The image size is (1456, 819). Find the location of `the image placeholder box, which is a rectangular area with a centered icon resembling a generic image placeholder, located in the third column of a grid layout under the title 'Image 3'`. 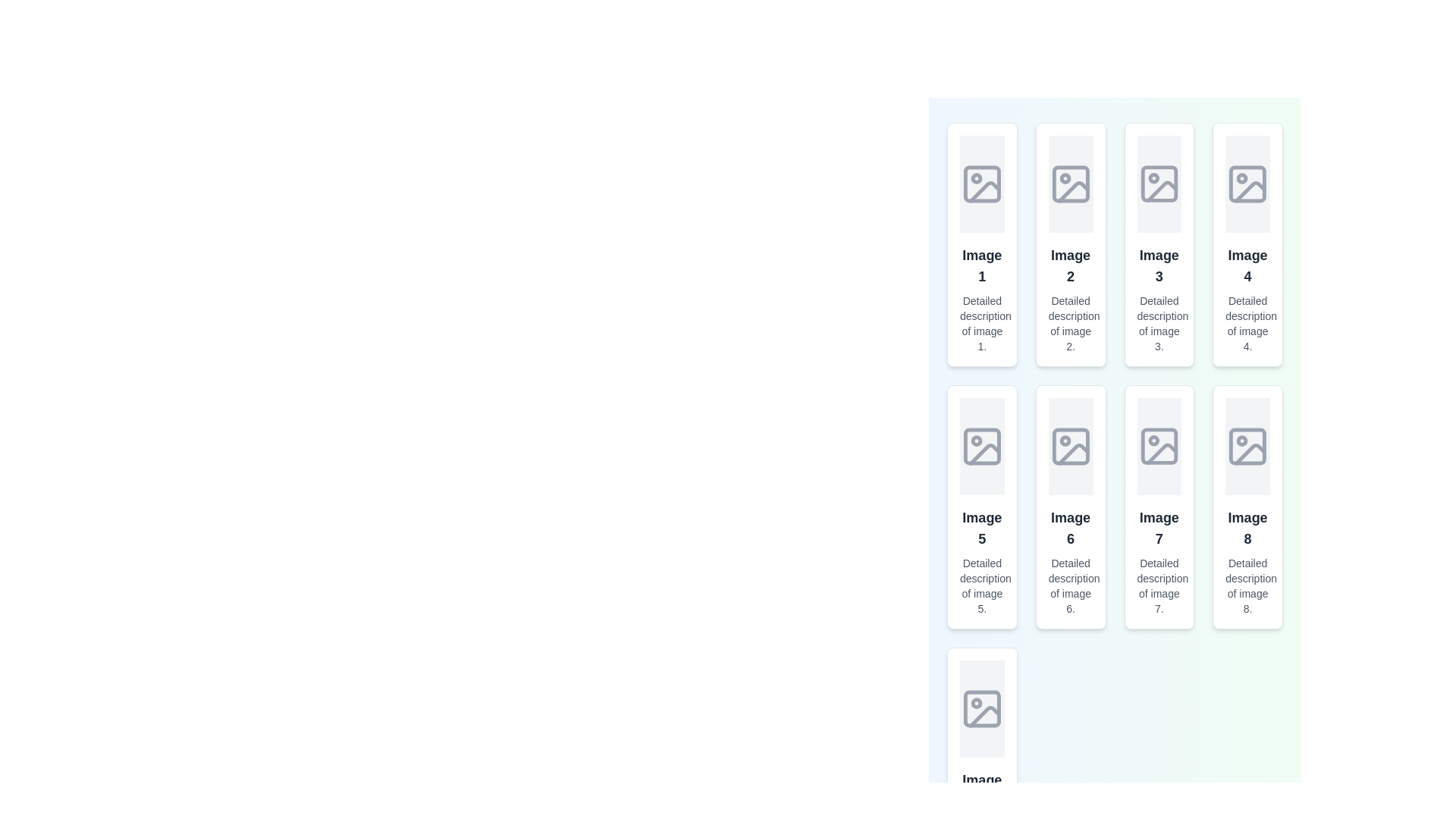

the image placeholder box, which is a rectangular area with a centered icon resembling a generic image placeholder, located in the third column of a grid layout under the title 'Image 3' is located at coordinates (1158, 184).